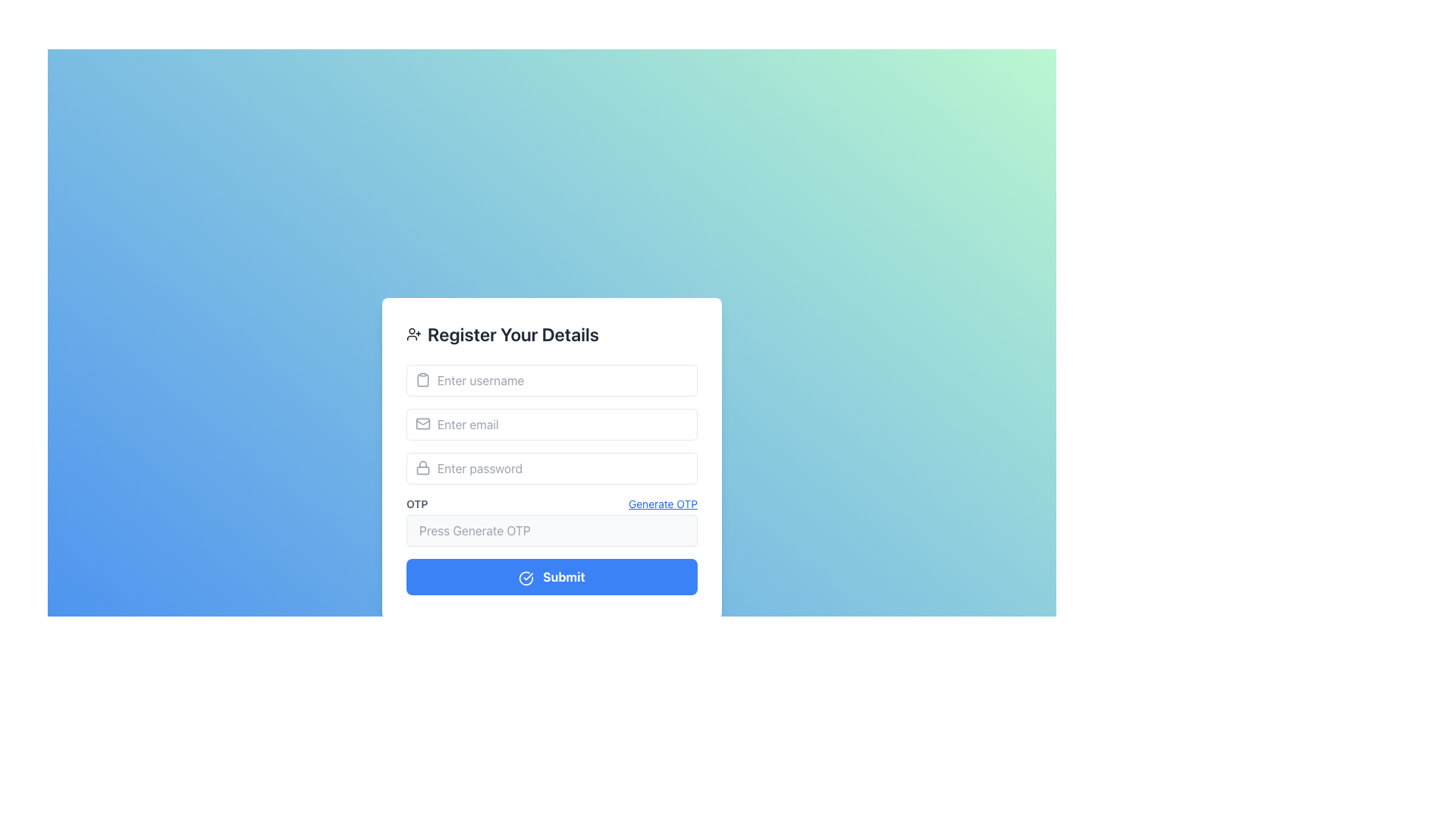  What do you see at coordinates (551, 576) in the screenshot?
I see `the 'Submit' button with a blue background and white text` at bounding box center [551, 576].